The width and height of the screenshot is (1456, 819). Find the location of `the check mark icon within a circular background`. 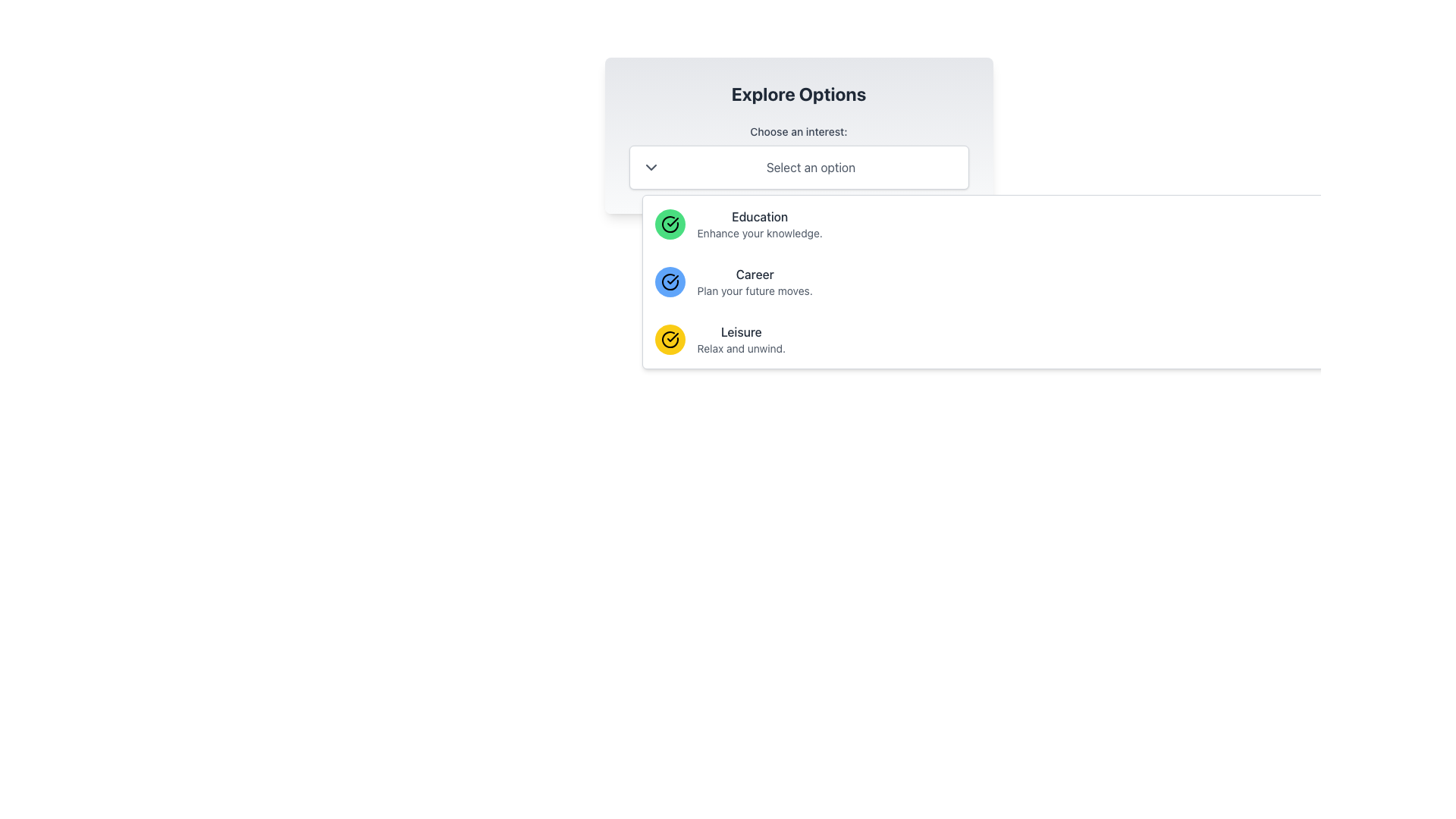

the check mark icon within a circular background is located at coordinates (669, 224).